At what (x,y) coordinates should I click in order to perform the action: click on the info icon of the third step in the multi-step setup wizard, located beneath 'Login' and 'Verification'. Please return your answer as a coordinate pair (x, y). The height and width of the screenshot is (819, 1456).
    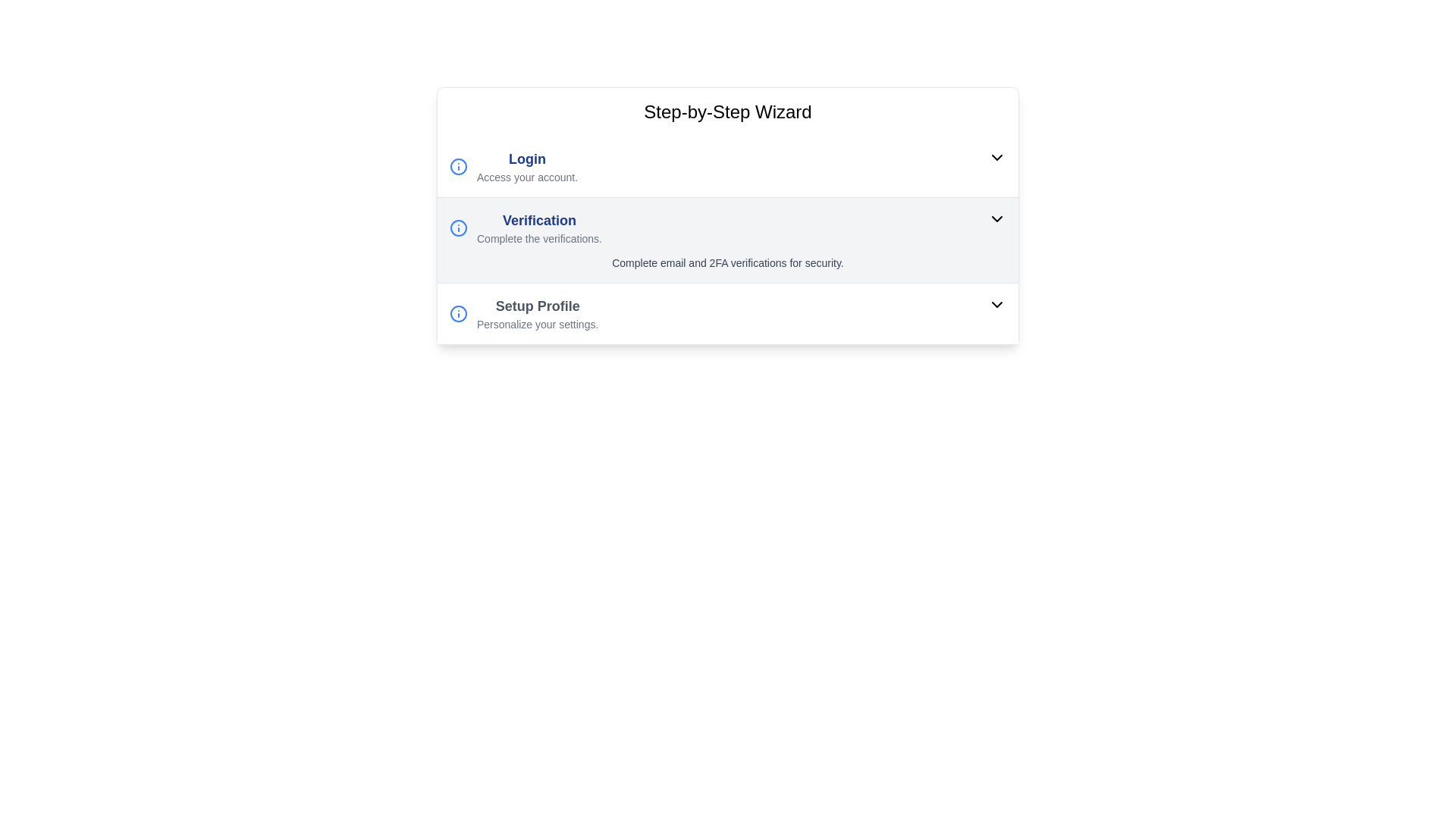
    Looking at the image, I should click on (524, 312).